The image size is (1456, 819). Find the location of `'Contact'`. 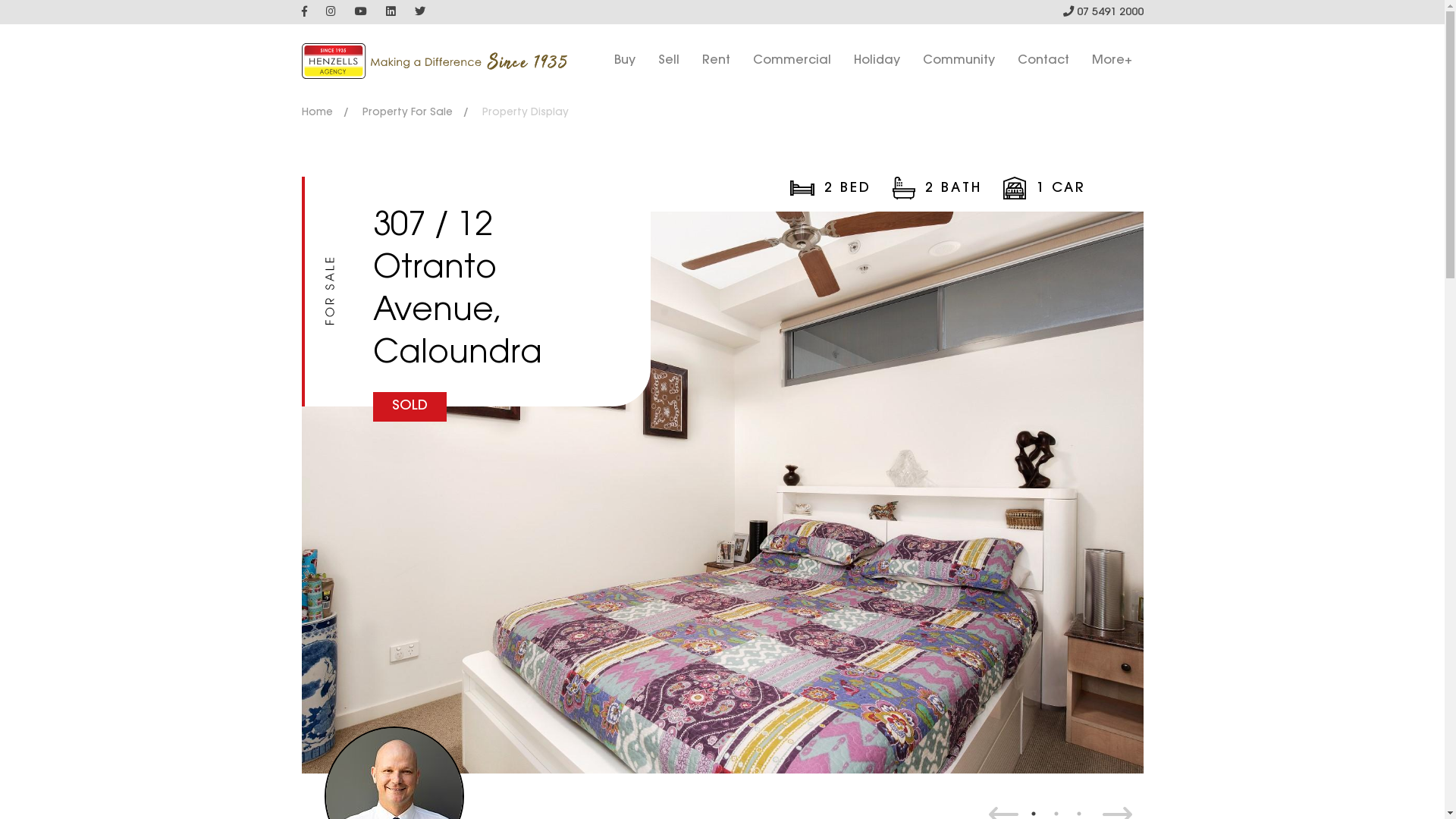

'Contact' is located at coordinates (1043, 60).